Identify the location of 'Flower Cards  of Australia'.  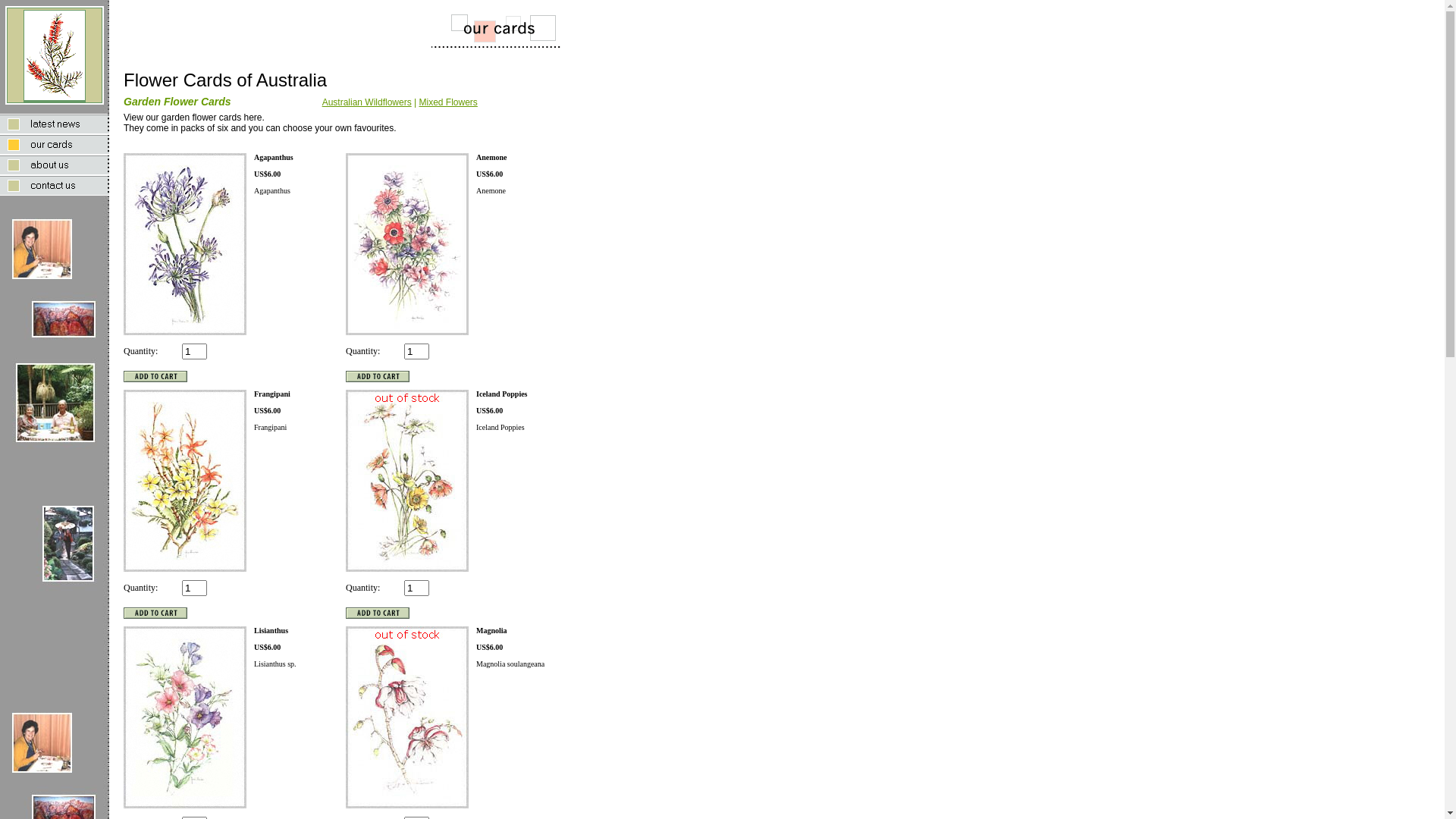
(5, 55).